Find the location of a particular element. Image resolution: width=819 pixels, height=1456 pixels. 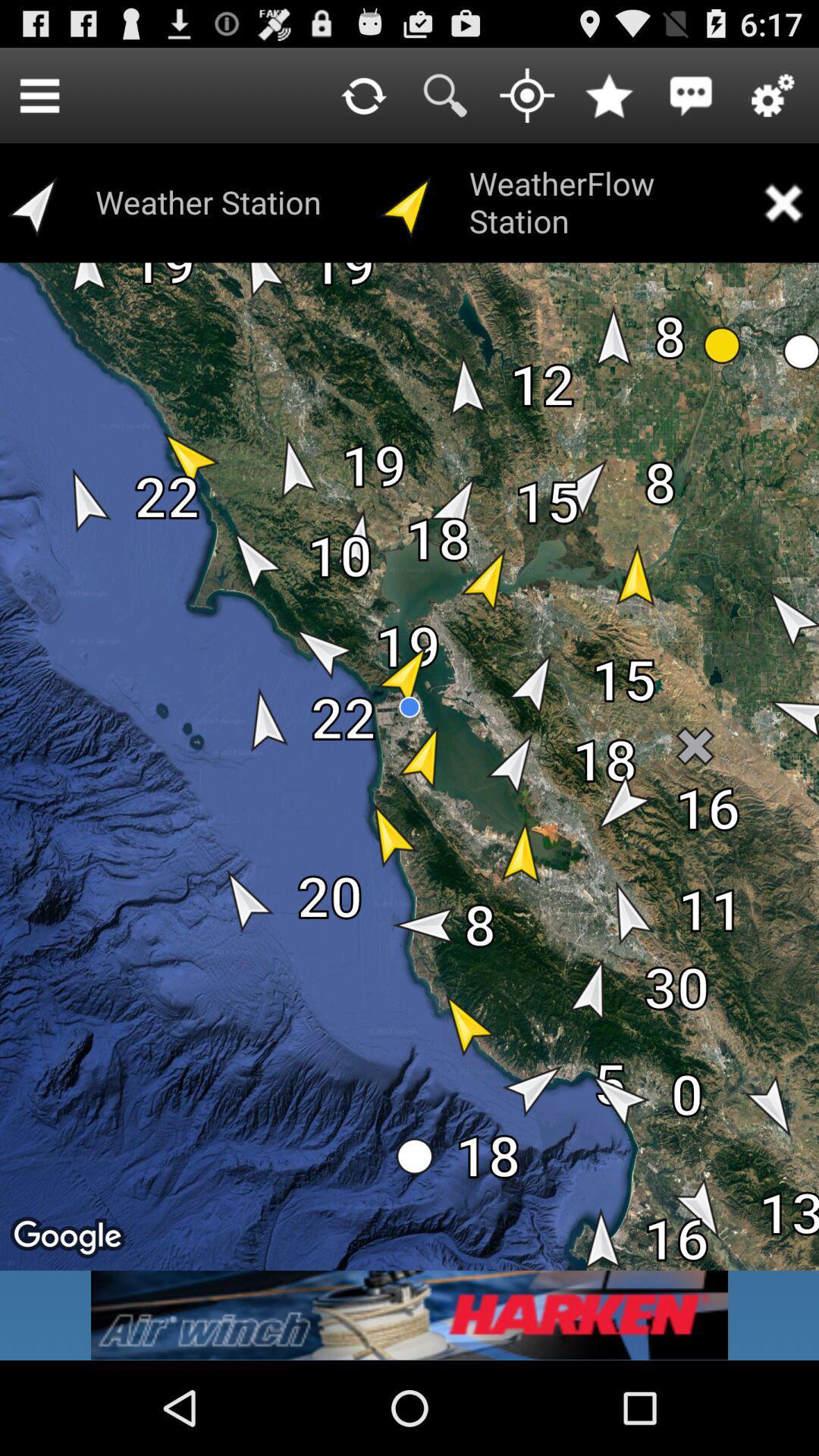

icon next to the weatherflow station app is located at coordinates (783, 202).